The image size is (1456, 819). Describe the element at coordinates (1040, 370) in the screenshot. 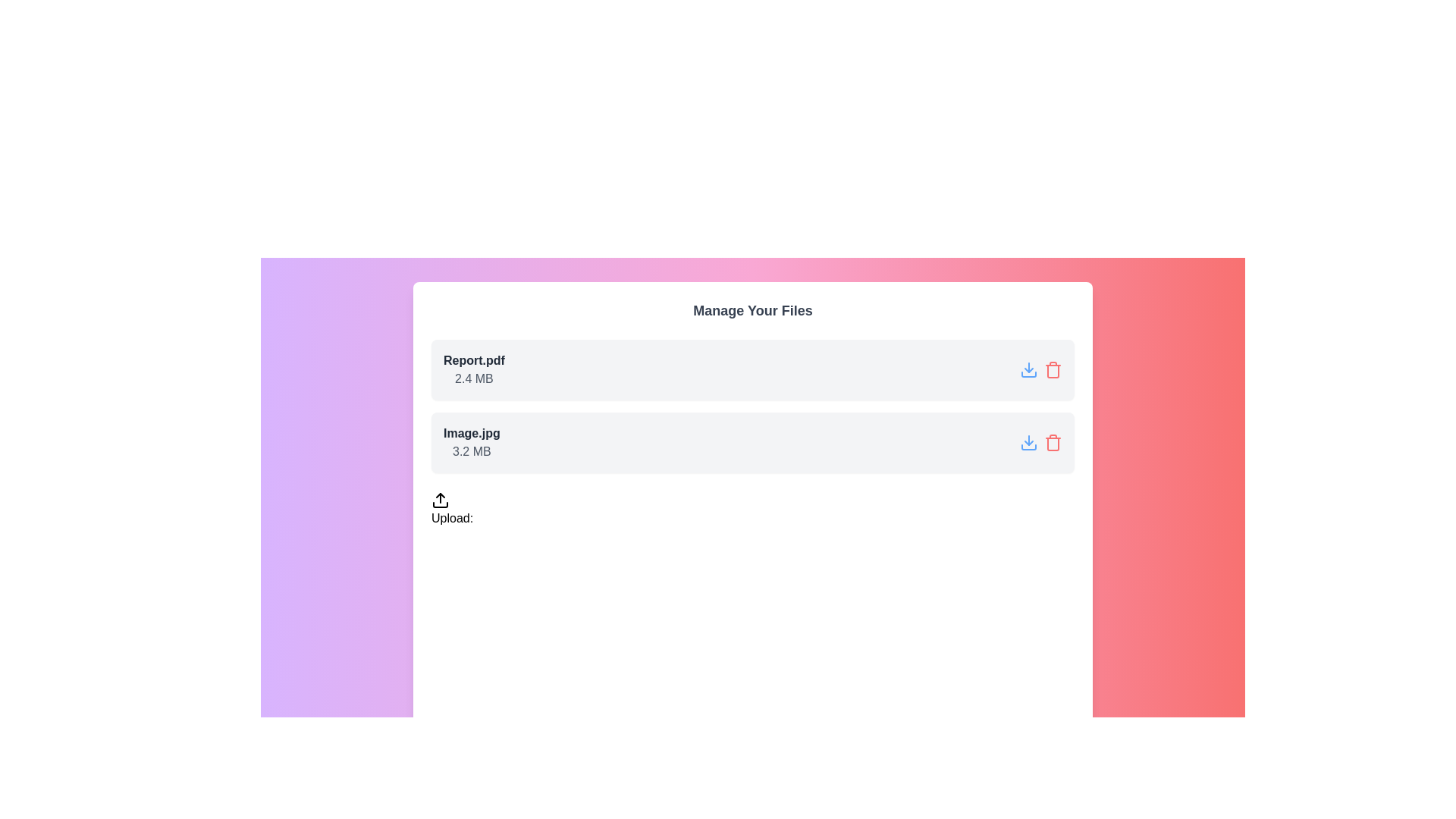

I see `the delete icon in the Button Group of icon buttons on the card displaying 'Report.pdf 2.4 MB'` at that location.